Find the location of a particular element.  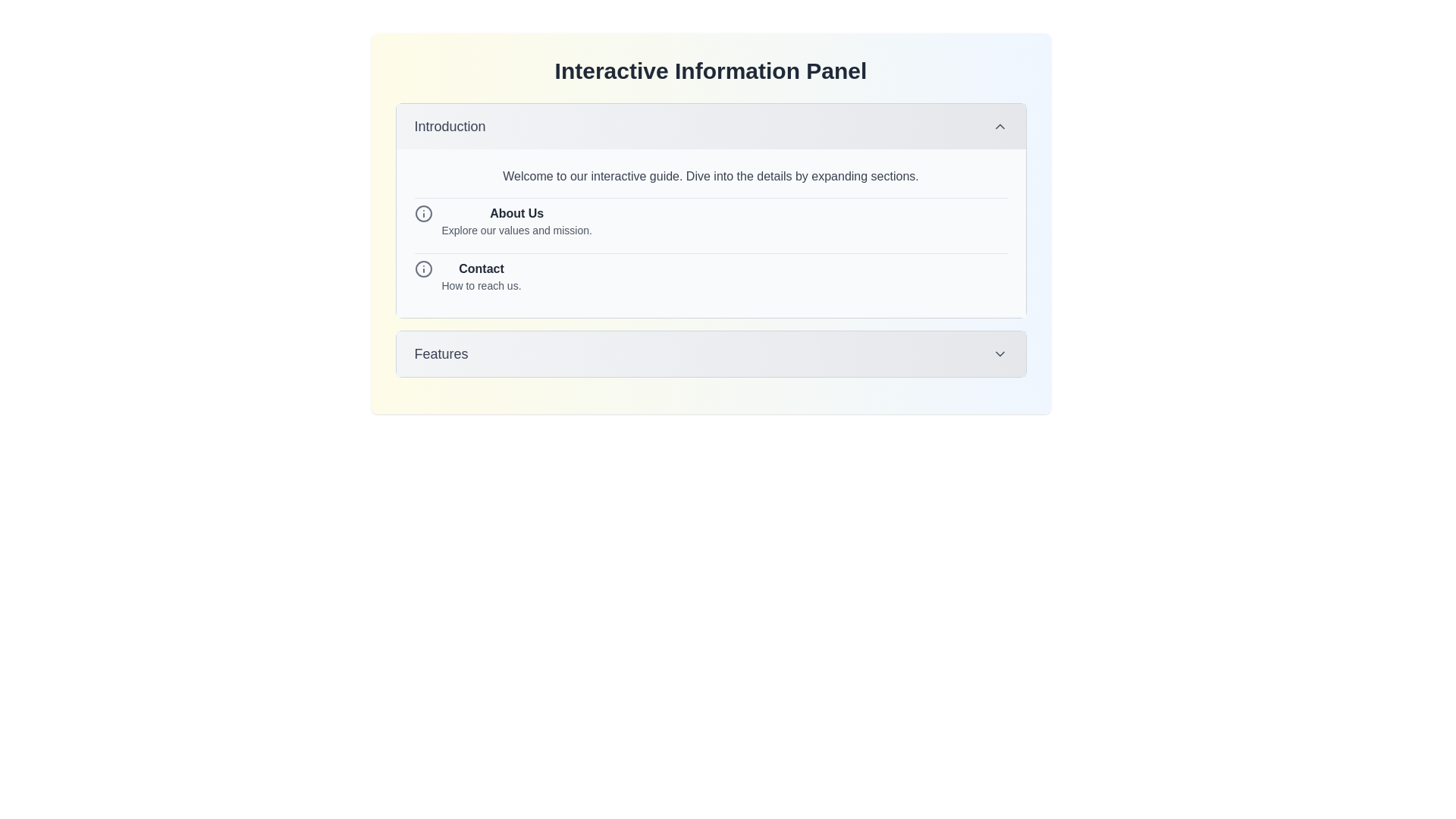

informational label that consists of two lines of text, with 'Contact' in bold dark gray and 'How to reach us.' in smaller light gray, located as the second item in the list-style section is located at coordinates (480, 277).